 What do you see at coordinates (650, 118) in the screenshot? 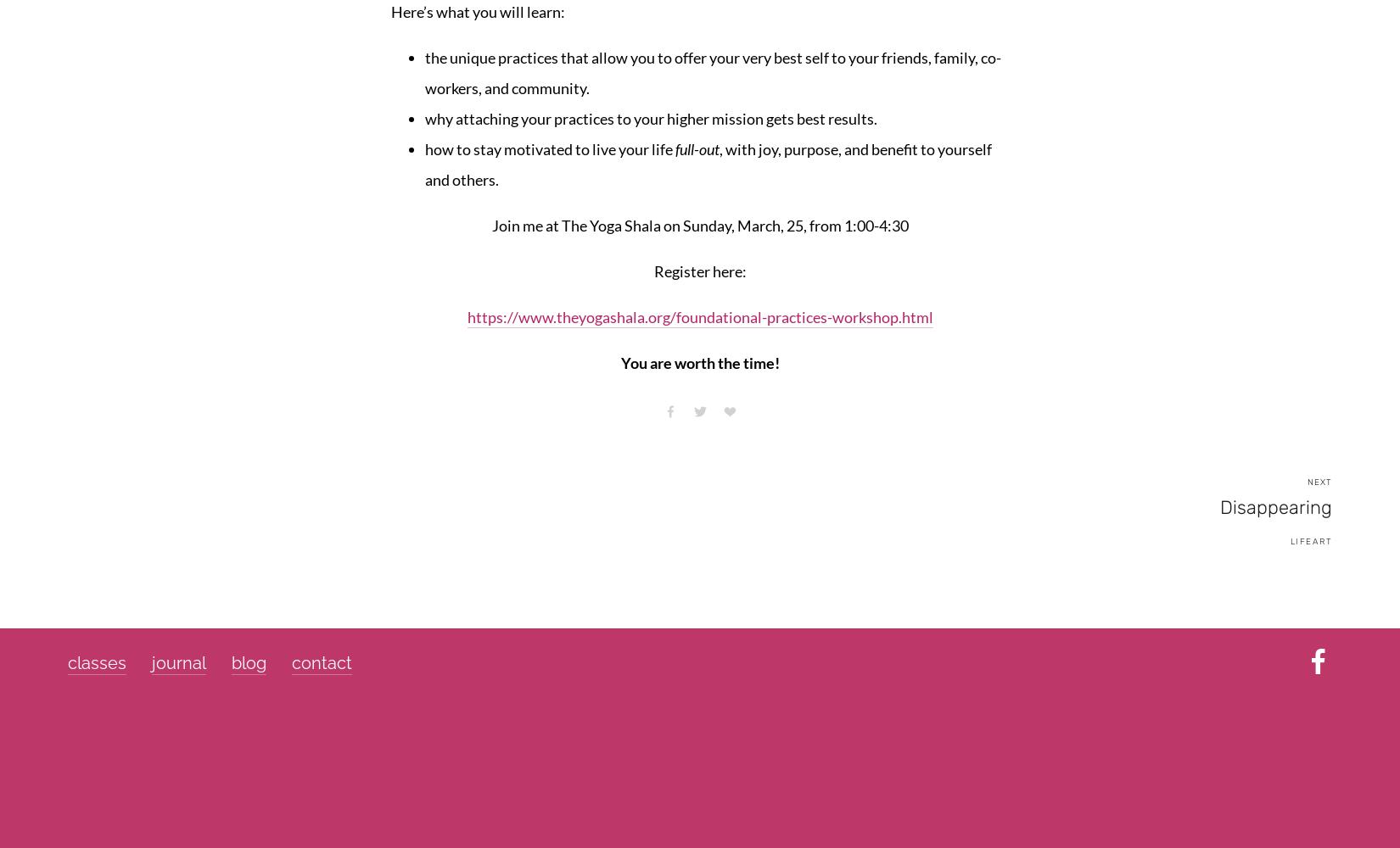
I see `'why attaching your practices to your higher mission gets best results.'` at bounding box center [650, 118].